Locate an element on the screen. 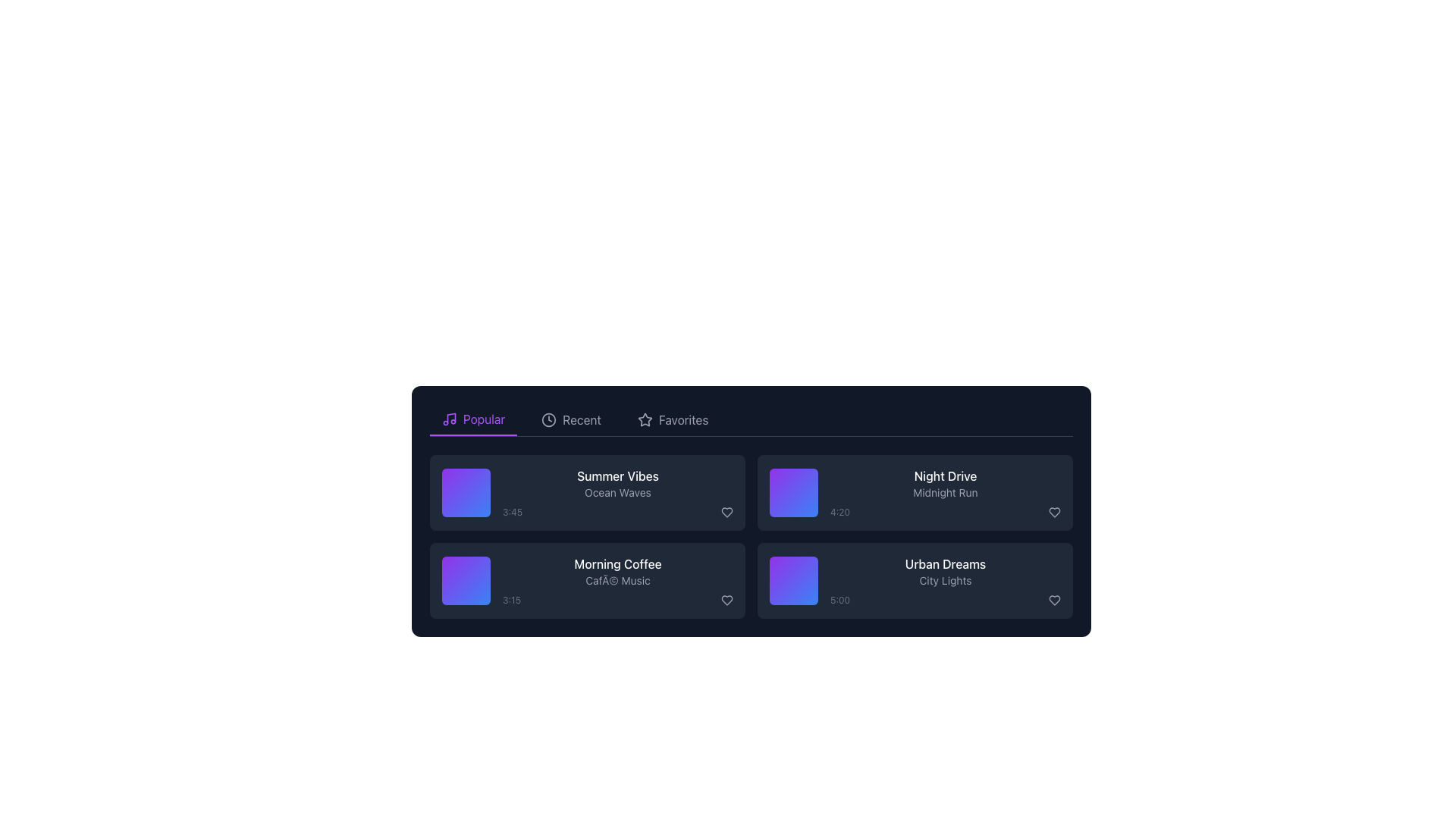  to interact with the text block containing the title 'Morning Coffee', subtitle 'Café Music', and timestamp '3:15', located in the lower-left quarter of the interface is located at coordinates (618, 580).